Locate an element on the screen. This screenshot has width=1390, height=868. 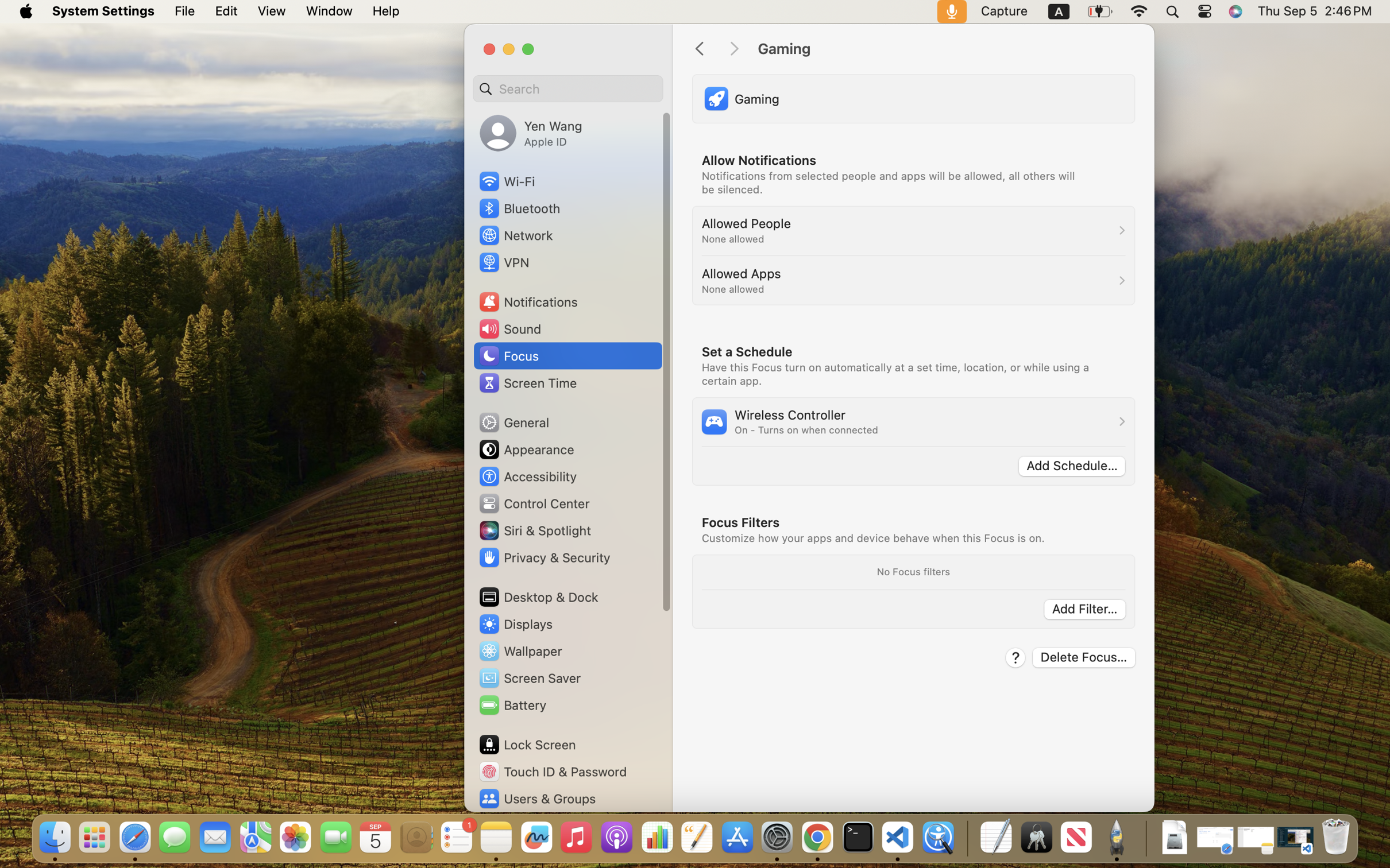
'0.4285714328289032' is located at coordinates (966, 838).